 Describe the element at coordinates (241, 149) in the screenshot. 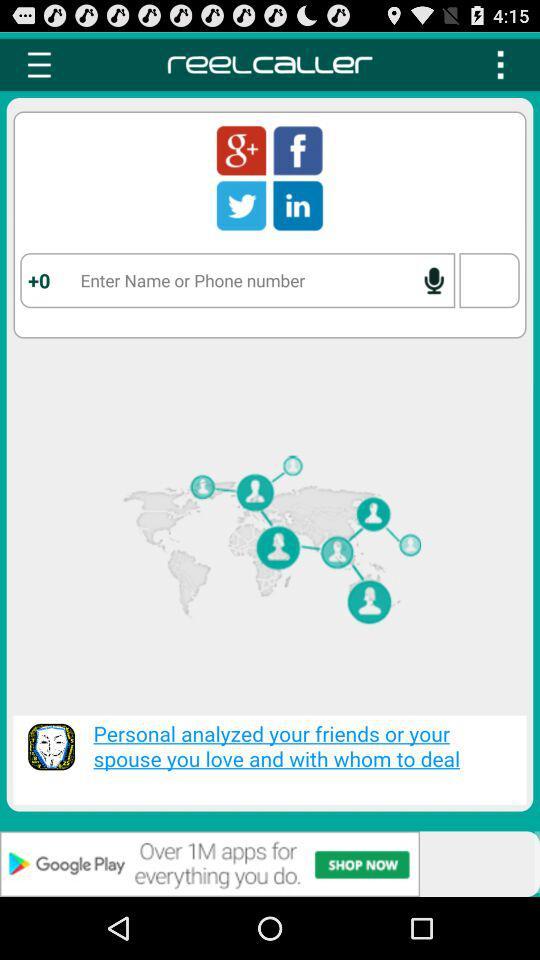

I see `mail` at that location.